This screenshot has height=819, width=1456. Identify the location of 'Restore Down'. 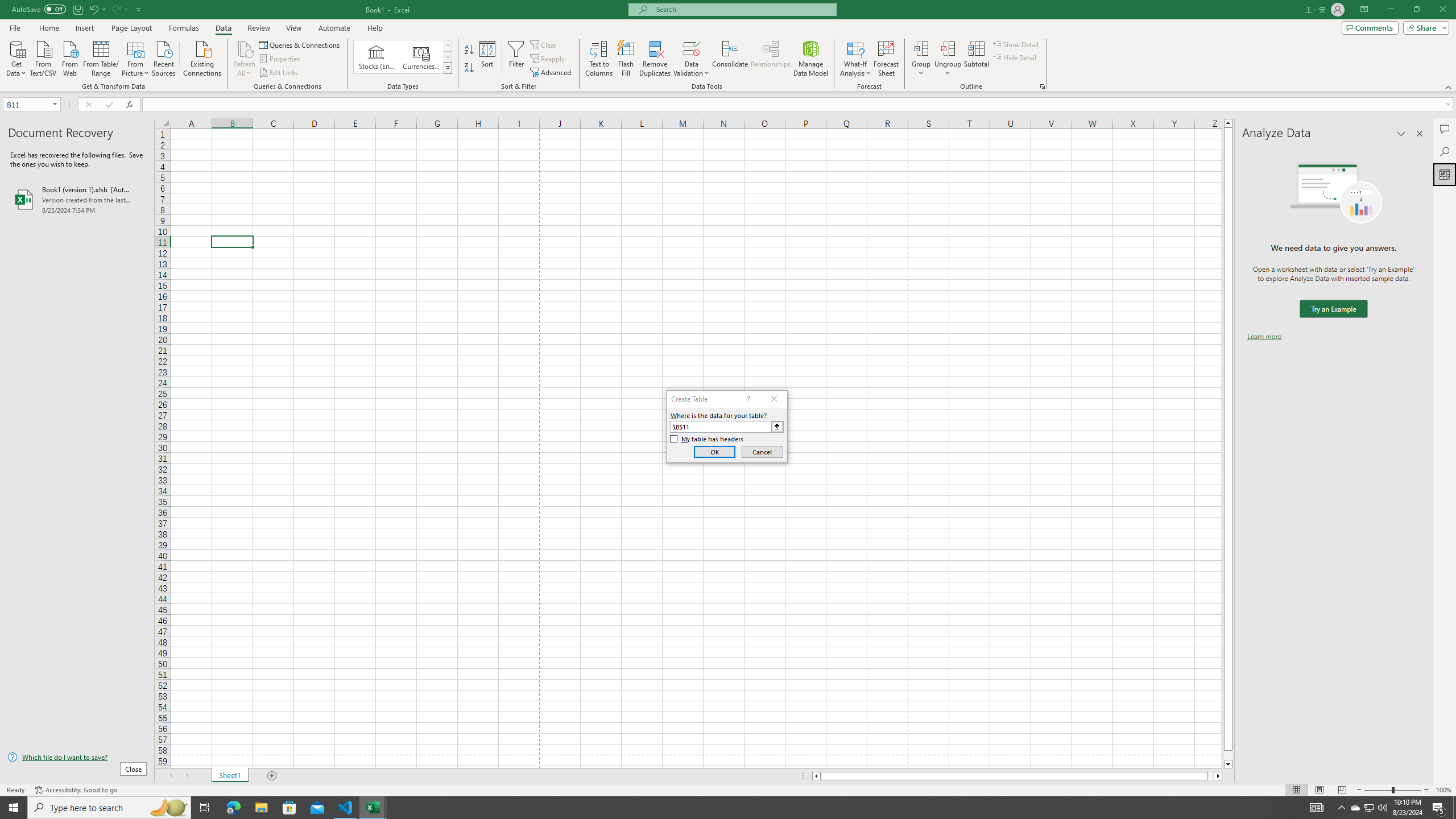
(1416, 9).